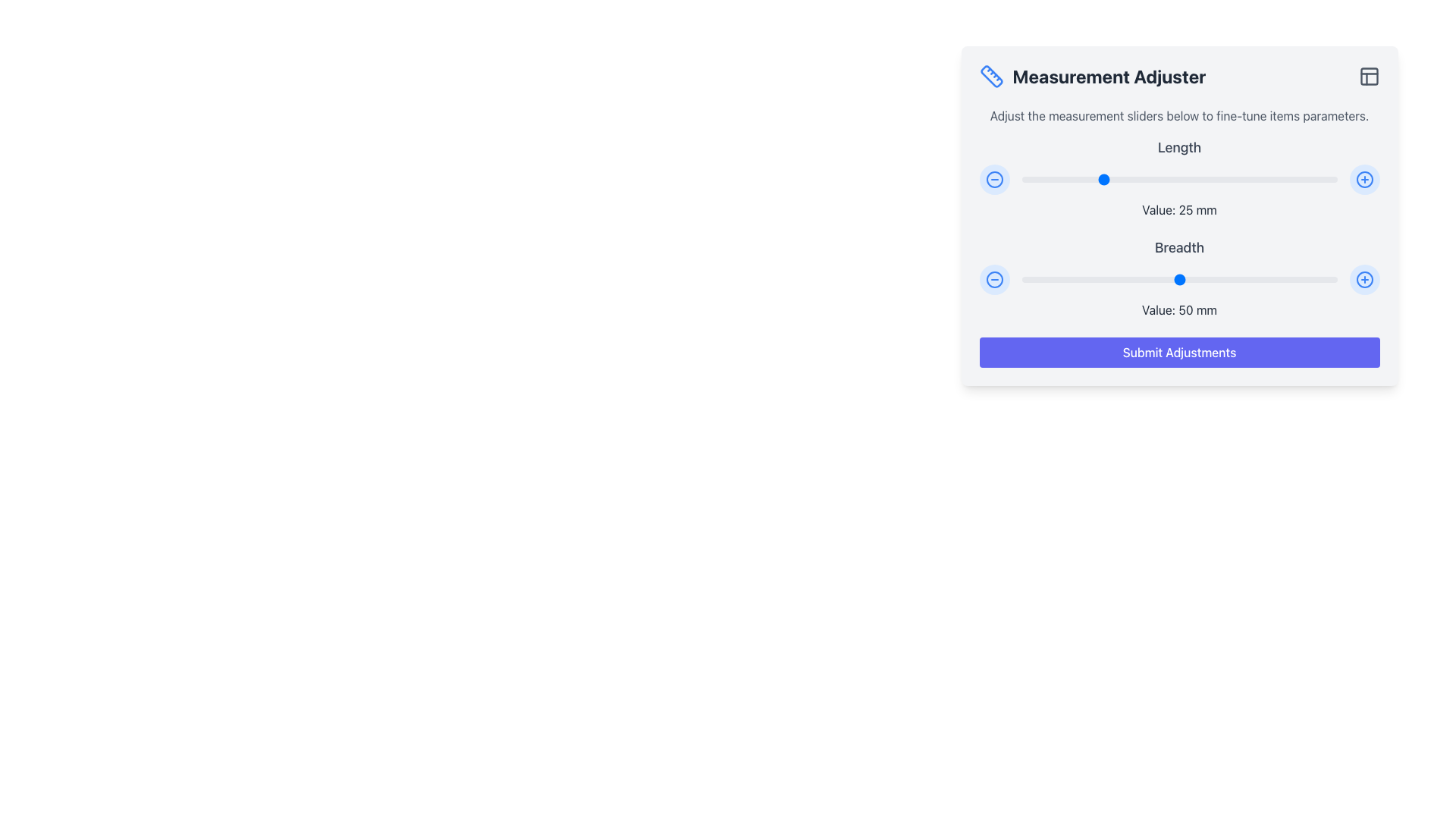 The height and width of the screenshot is (819, 1456). Describe the element at coordinates (1090, 280) in the screenshot. I see `the breadth` at that location.